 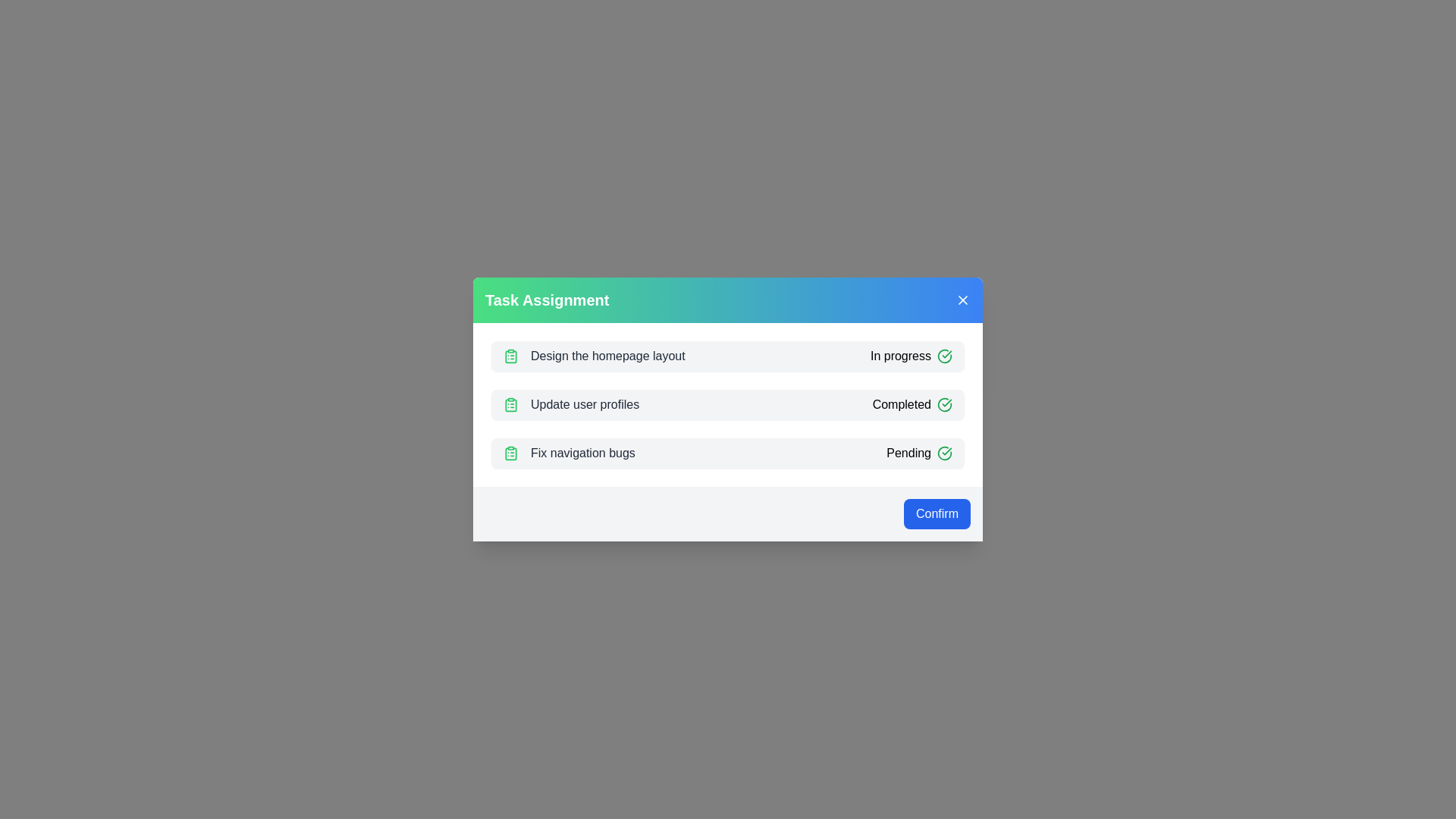 What do you see at coordinates (944, 452) in the screenshot?
I see `status icon indicating 'Pending' located to the right of the 'Pending' label in the third row of the task assignment table, aligned with the 'Fix navigation bugs' task title` at bounding box center [944, 452].